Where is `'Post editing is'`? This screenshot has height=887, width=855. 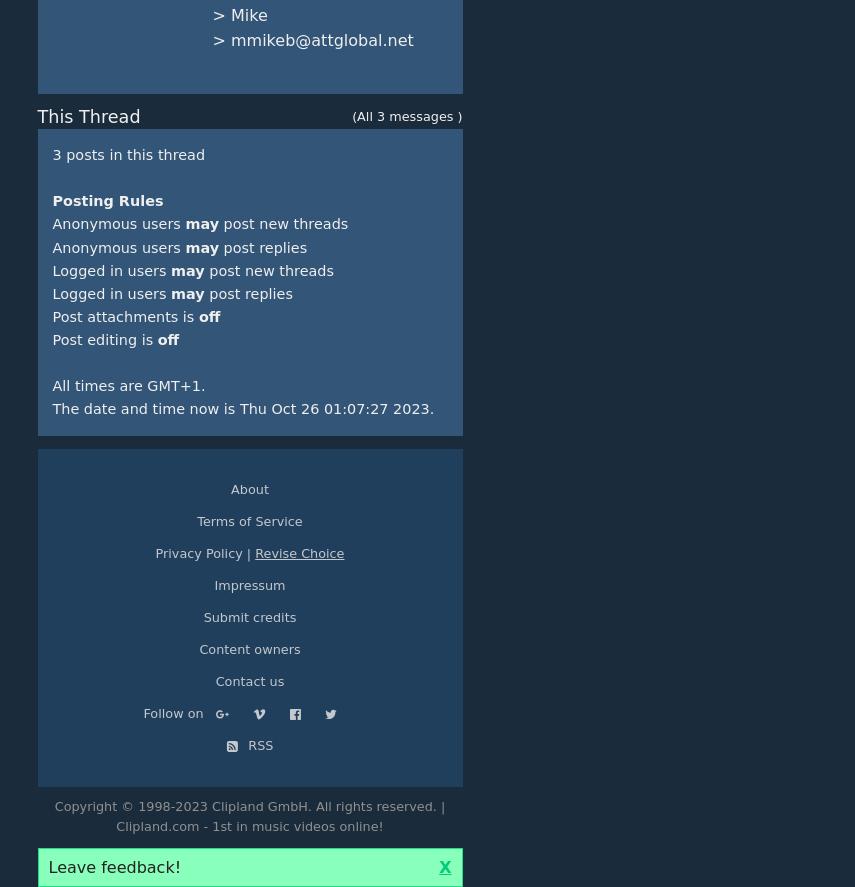 'Post editing is' is located at coordinates (103, 339).